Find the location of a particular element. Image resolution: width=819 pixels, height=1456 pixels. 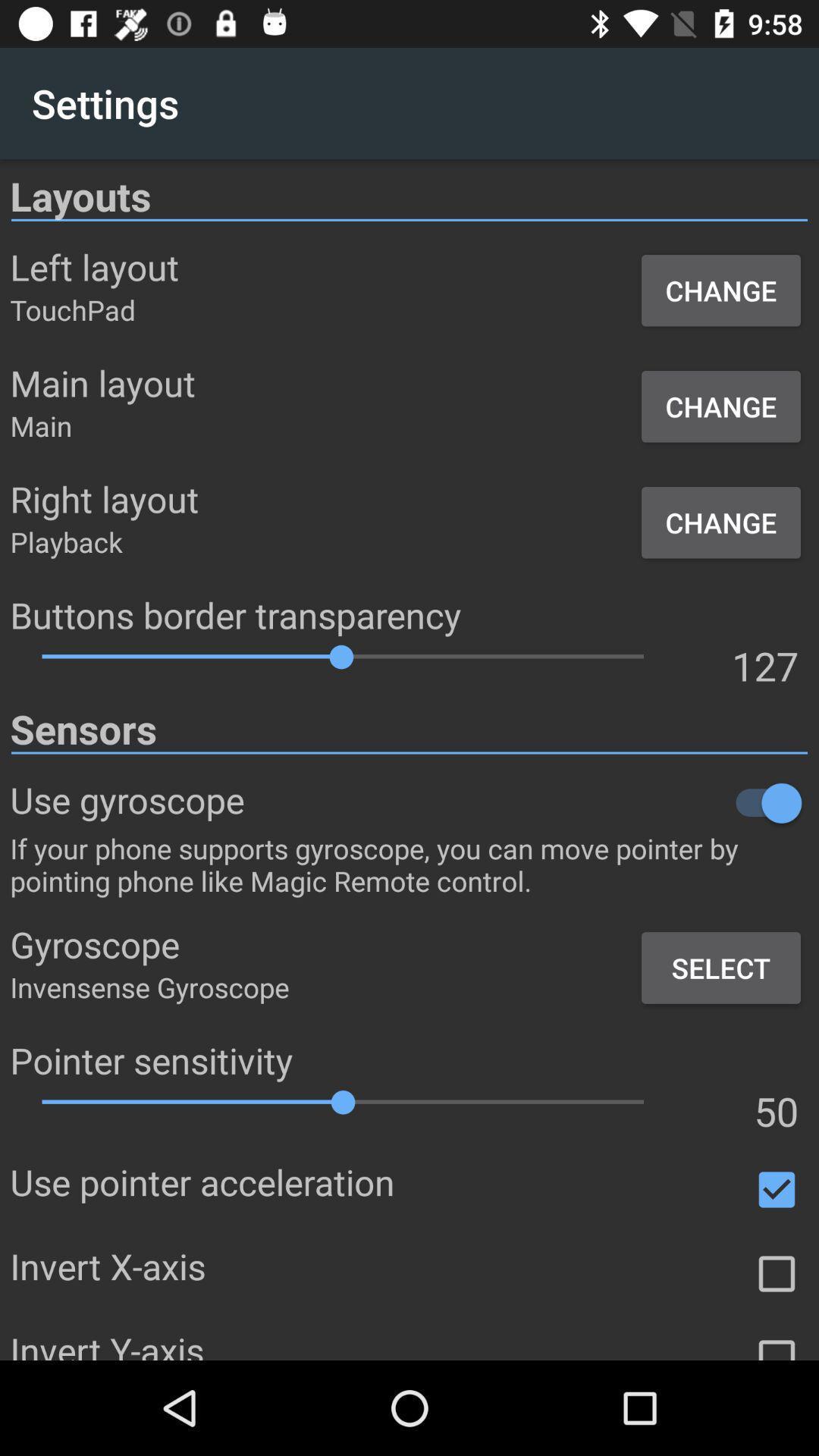

selection option is located at coordinates (777, 1274).